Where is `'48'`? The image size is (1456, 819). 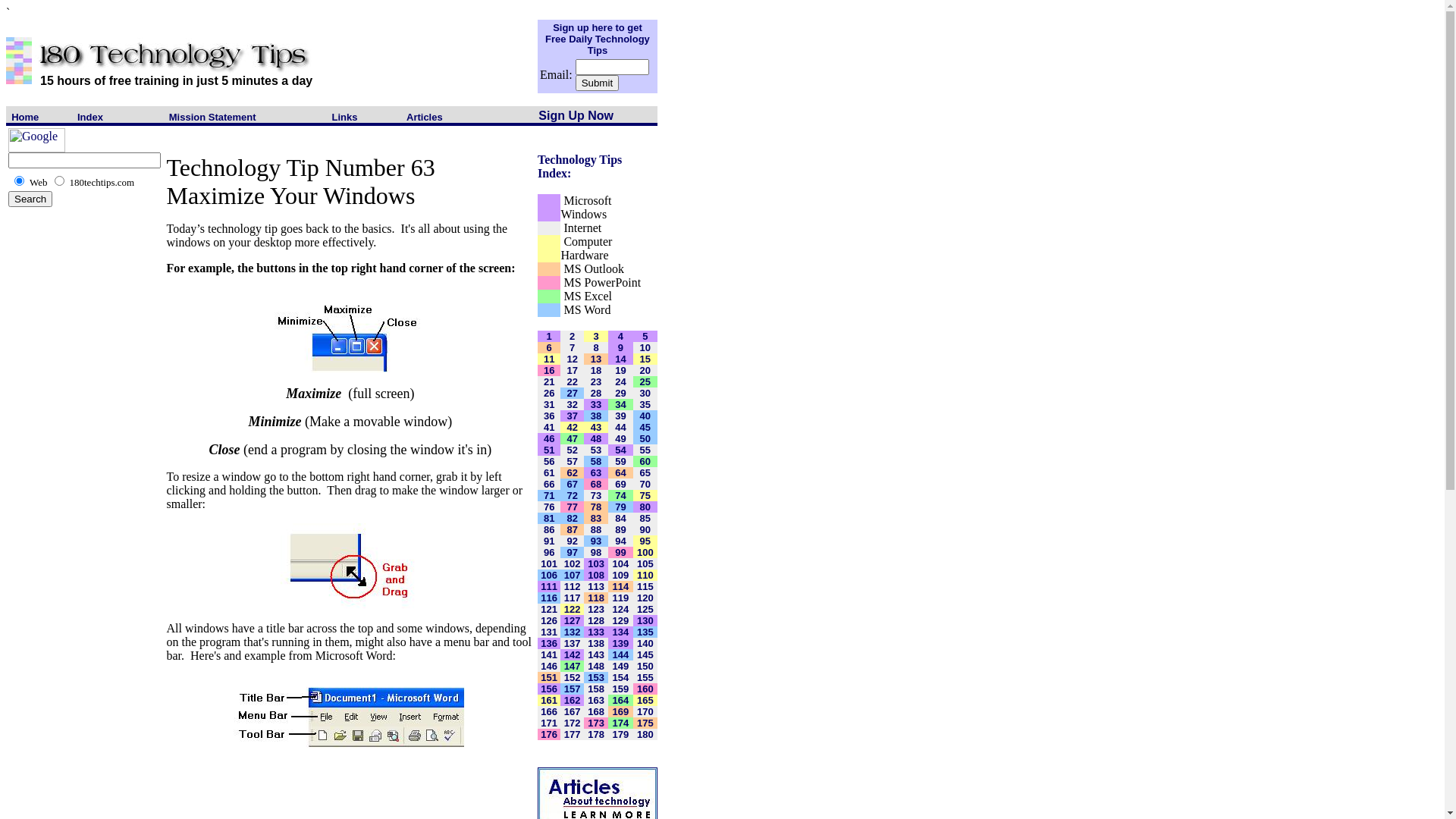
'48' is located at coordinates (595, 438).